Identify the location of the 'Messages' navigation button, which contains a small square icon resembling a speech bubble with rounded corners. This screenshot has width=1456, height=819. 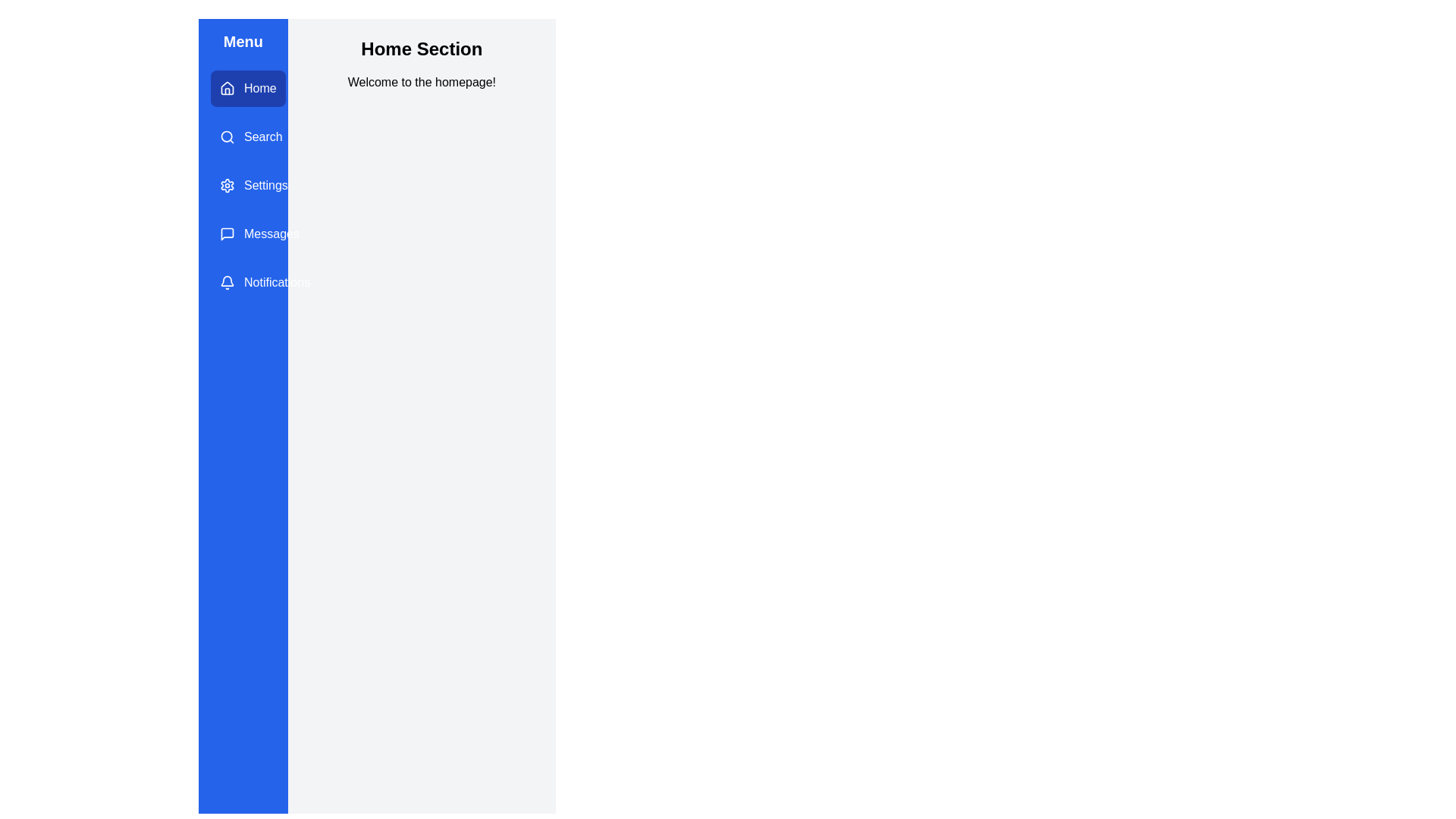
(226, 234).